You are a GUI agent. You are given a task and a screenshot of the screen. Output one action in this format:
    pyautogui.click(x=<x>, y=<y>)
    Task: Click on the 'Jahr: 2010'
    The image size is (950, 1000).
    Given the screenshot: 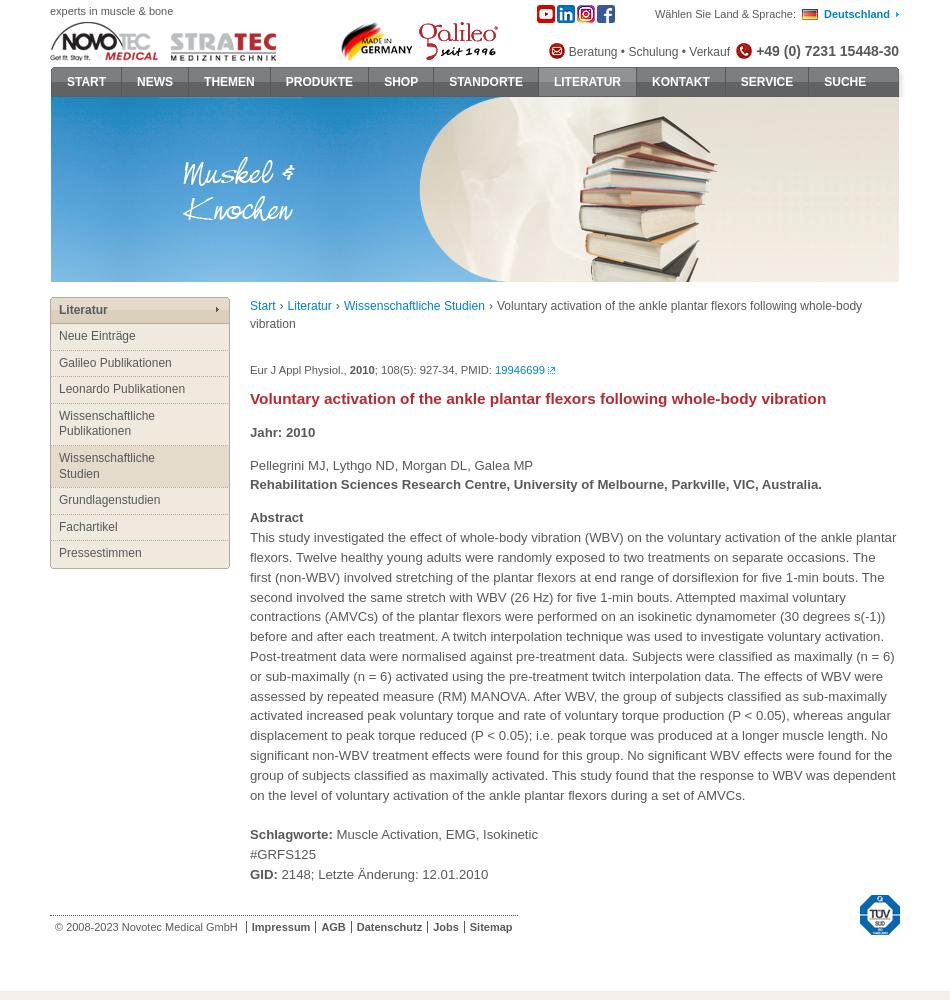 What is the action you would take?
    pyautogui.click(x=281, y=431)
    